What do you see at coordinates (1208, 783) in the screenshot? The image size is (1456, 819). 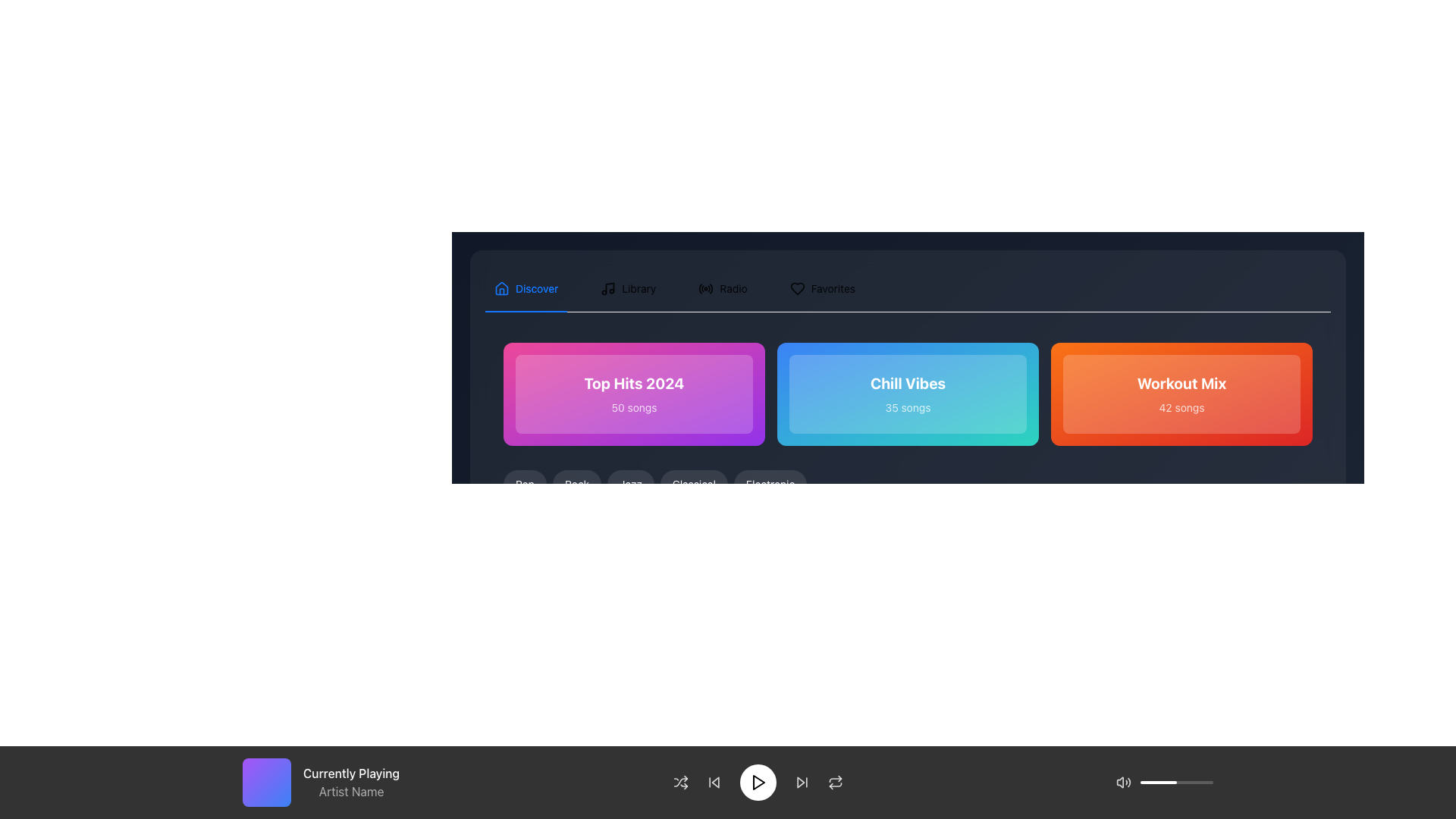 I see `the slider position` at bounding box center [1208, 783].